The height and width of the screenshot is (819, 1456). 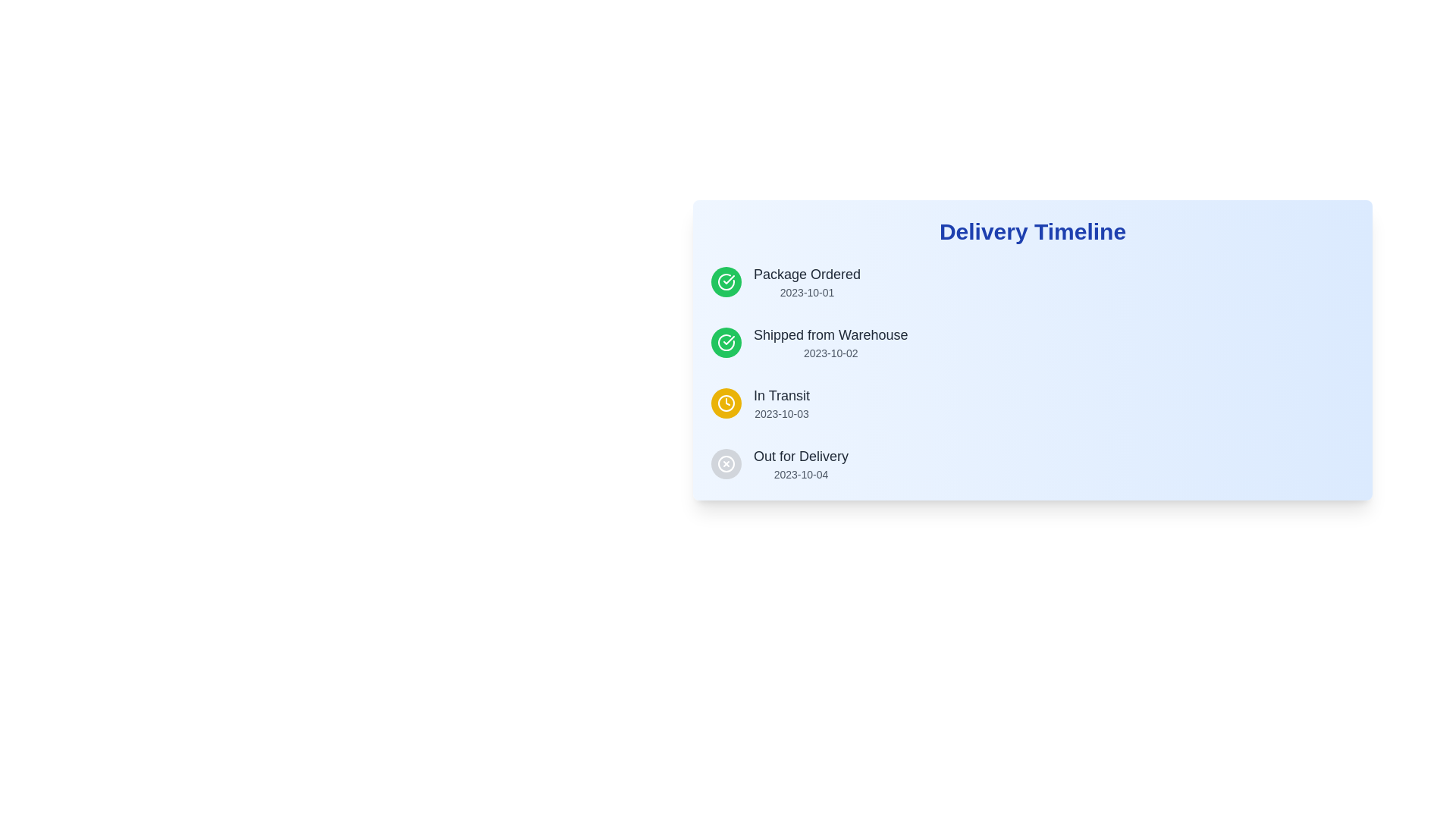 I want to click on the 'Out for Delivery' status indicator icon, which is the fourth item in the vertical timeline on the right side of the interface, visually represented within a circular background, so click(x=726, y=463).